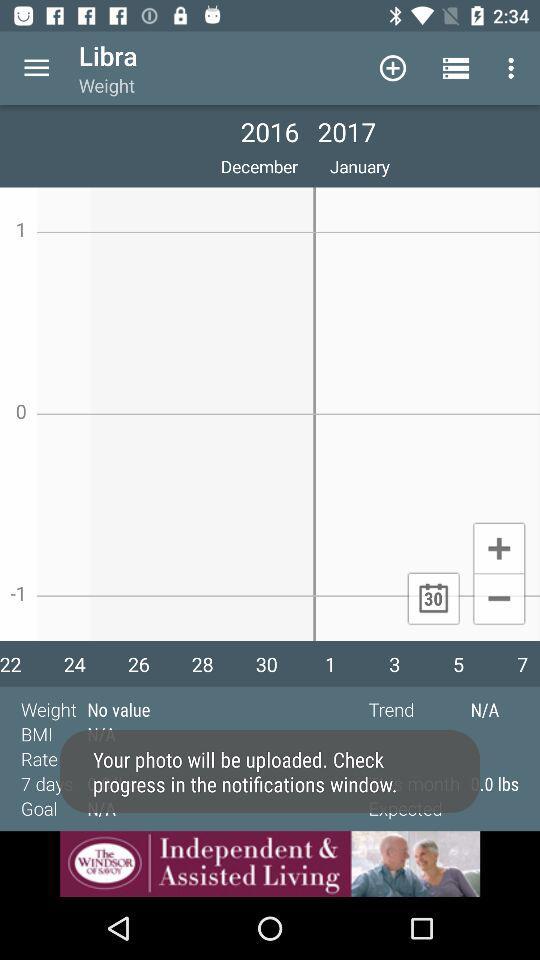 The height and width of the screenshot is (960, 540). Describe the element at coordinates (270, 863) in the screenshot. I see `show outside advertisement` at that location.